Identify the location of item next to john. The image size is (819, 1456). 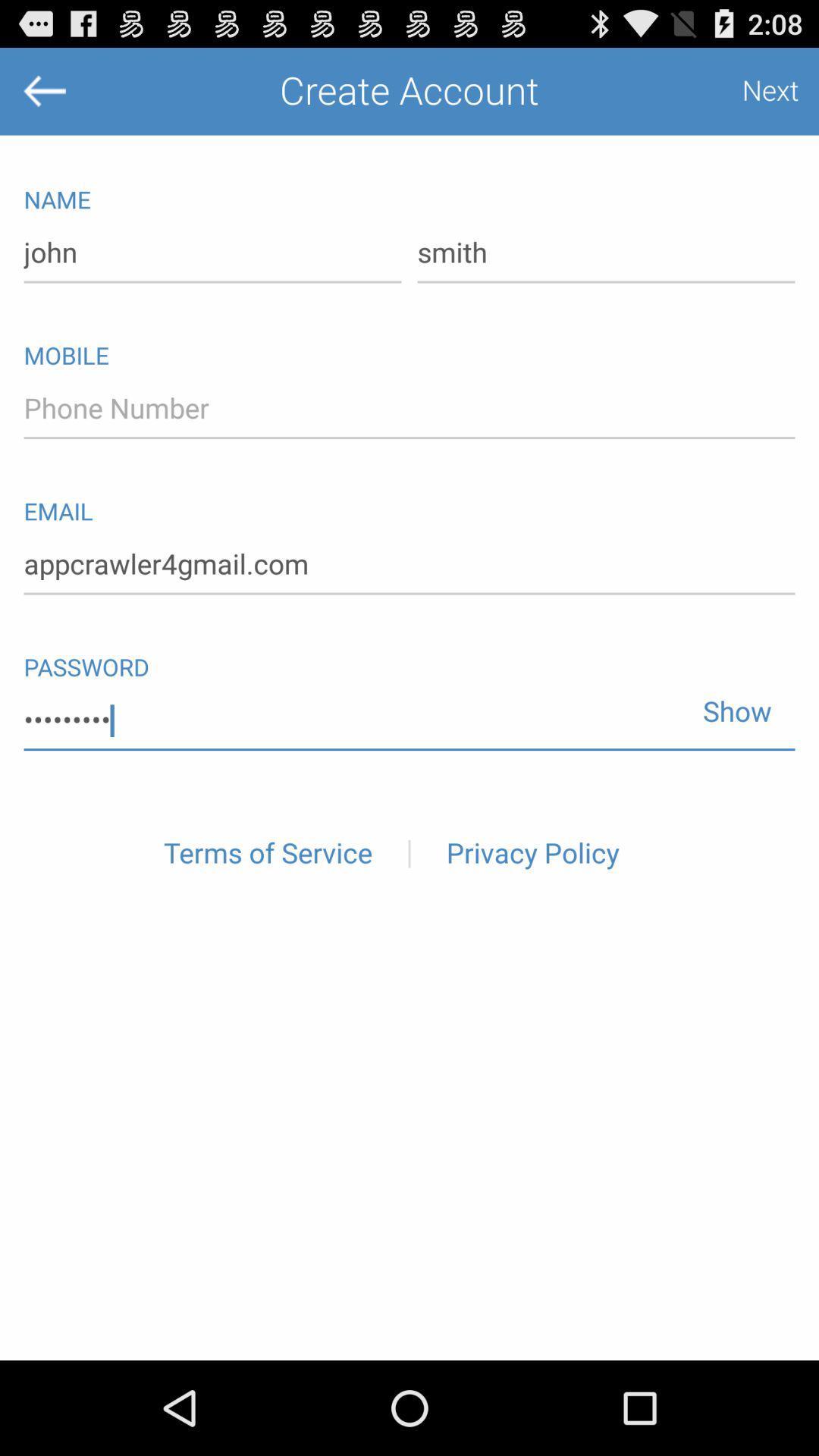
(605, 253).